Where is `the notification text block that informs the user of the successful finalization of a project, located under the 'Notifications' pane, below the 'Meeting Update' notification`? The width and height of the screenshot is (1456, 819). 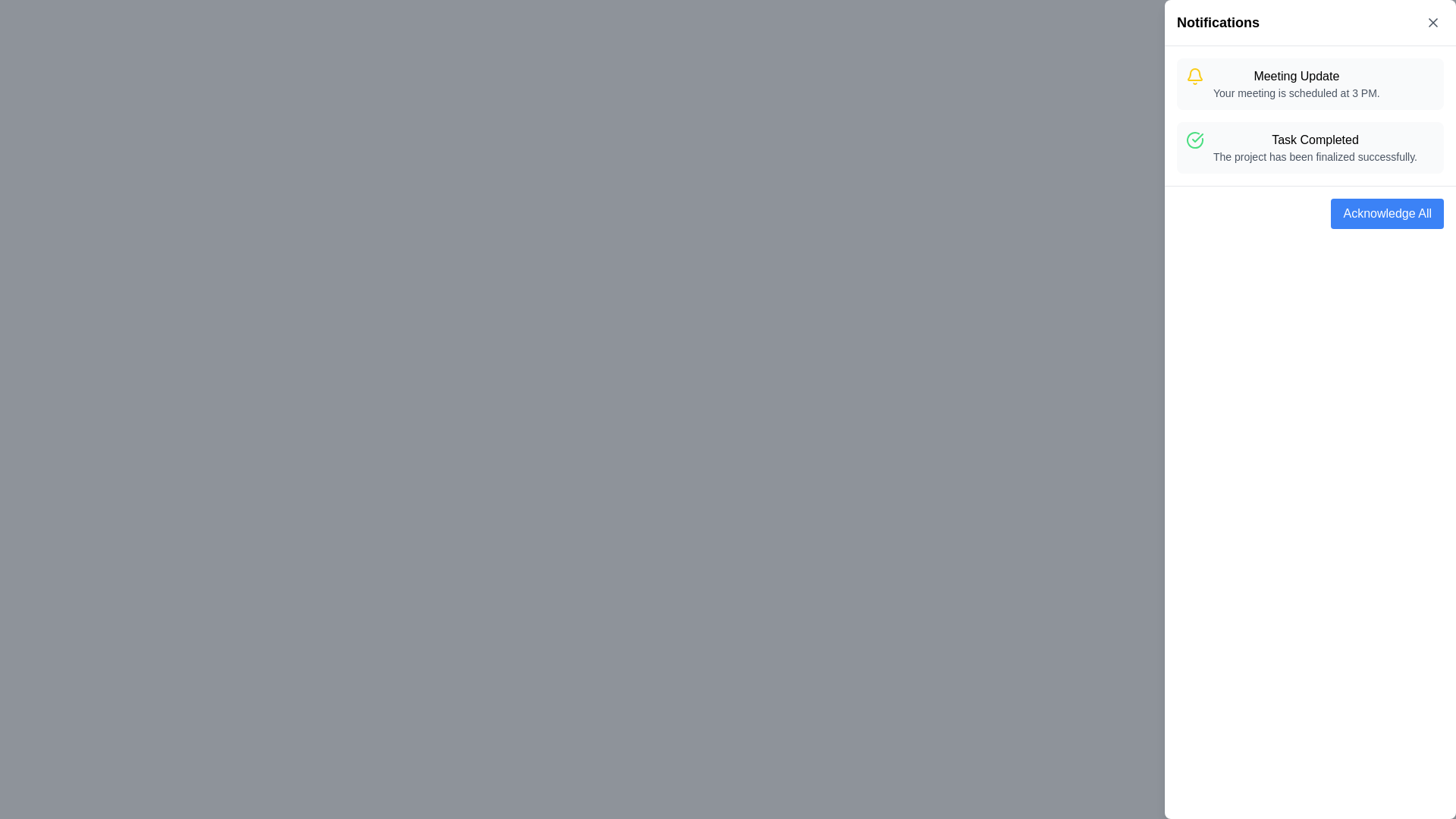
the notification text block that informs the user of the successful finalization of a project, located under the 'Notifications' pane, below the 'Meeting Update' notification is located at coordinates (1314, 148).